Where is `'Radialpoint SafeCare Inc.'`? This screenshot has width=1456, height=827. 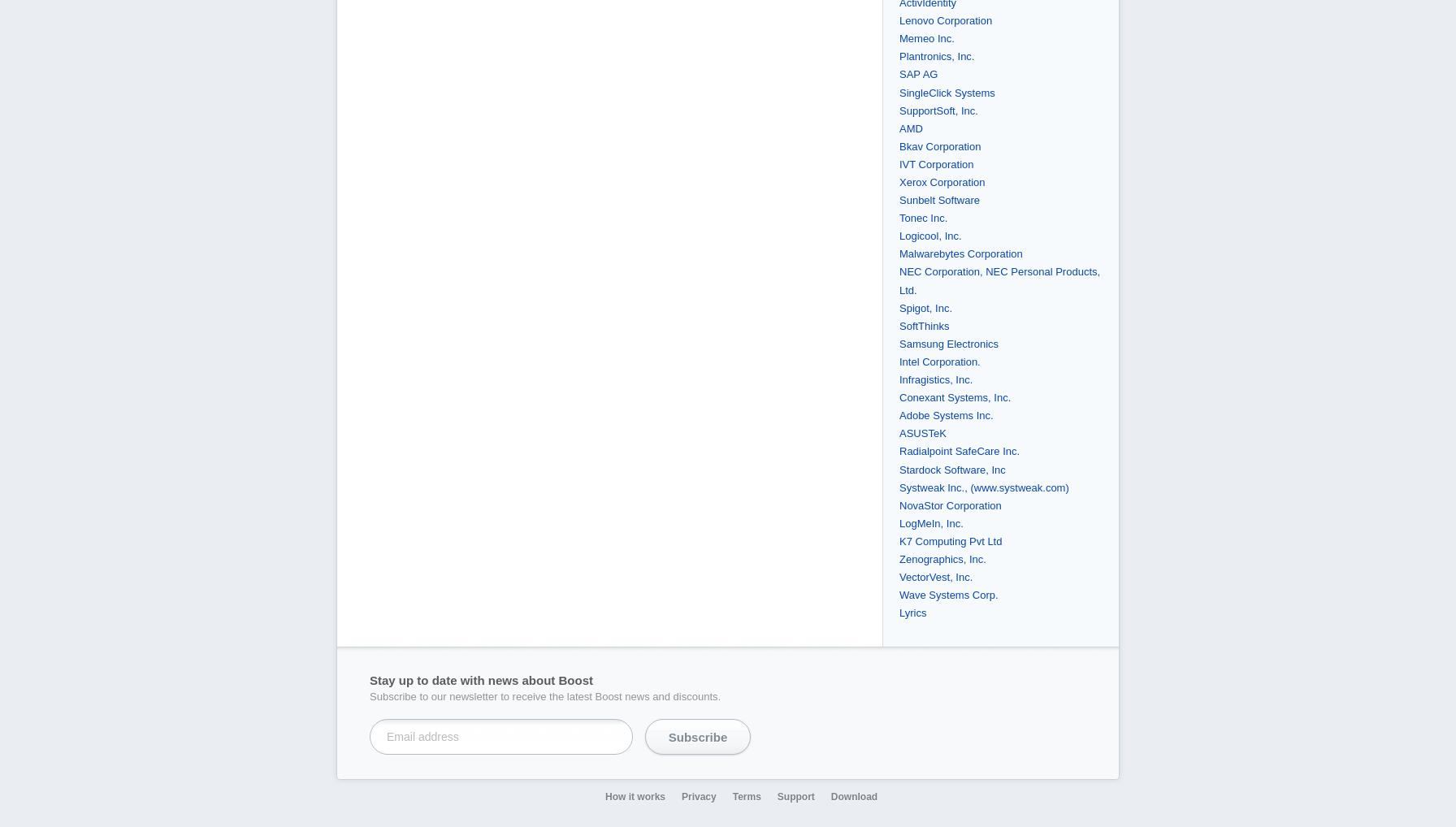 'Radialpoint SafeCare Inc.' is located at coordinates (959, 450).